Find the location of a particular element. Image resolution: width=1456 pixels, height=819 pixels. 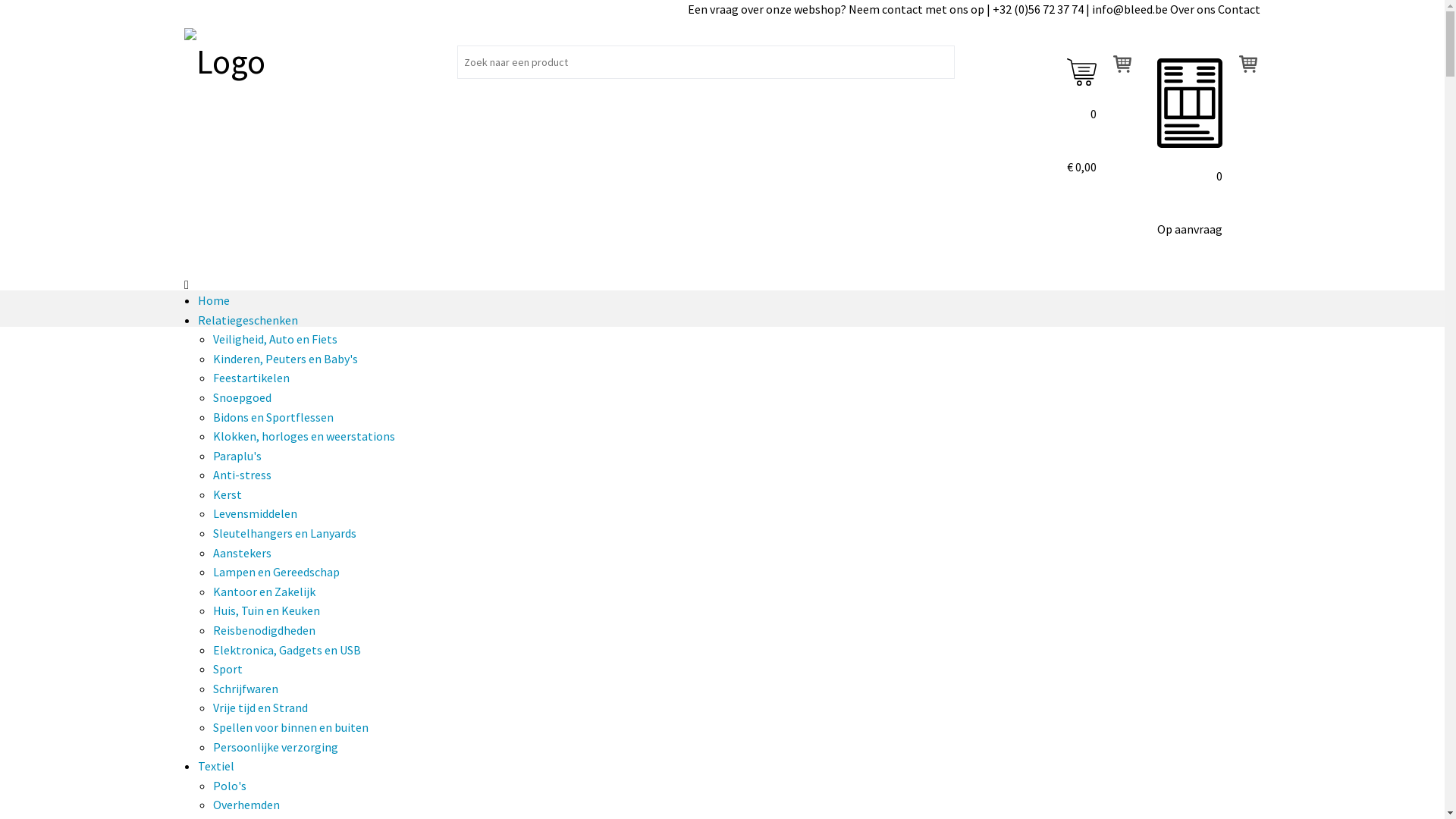

'Overhemden' is located at coordinates (246, 803).